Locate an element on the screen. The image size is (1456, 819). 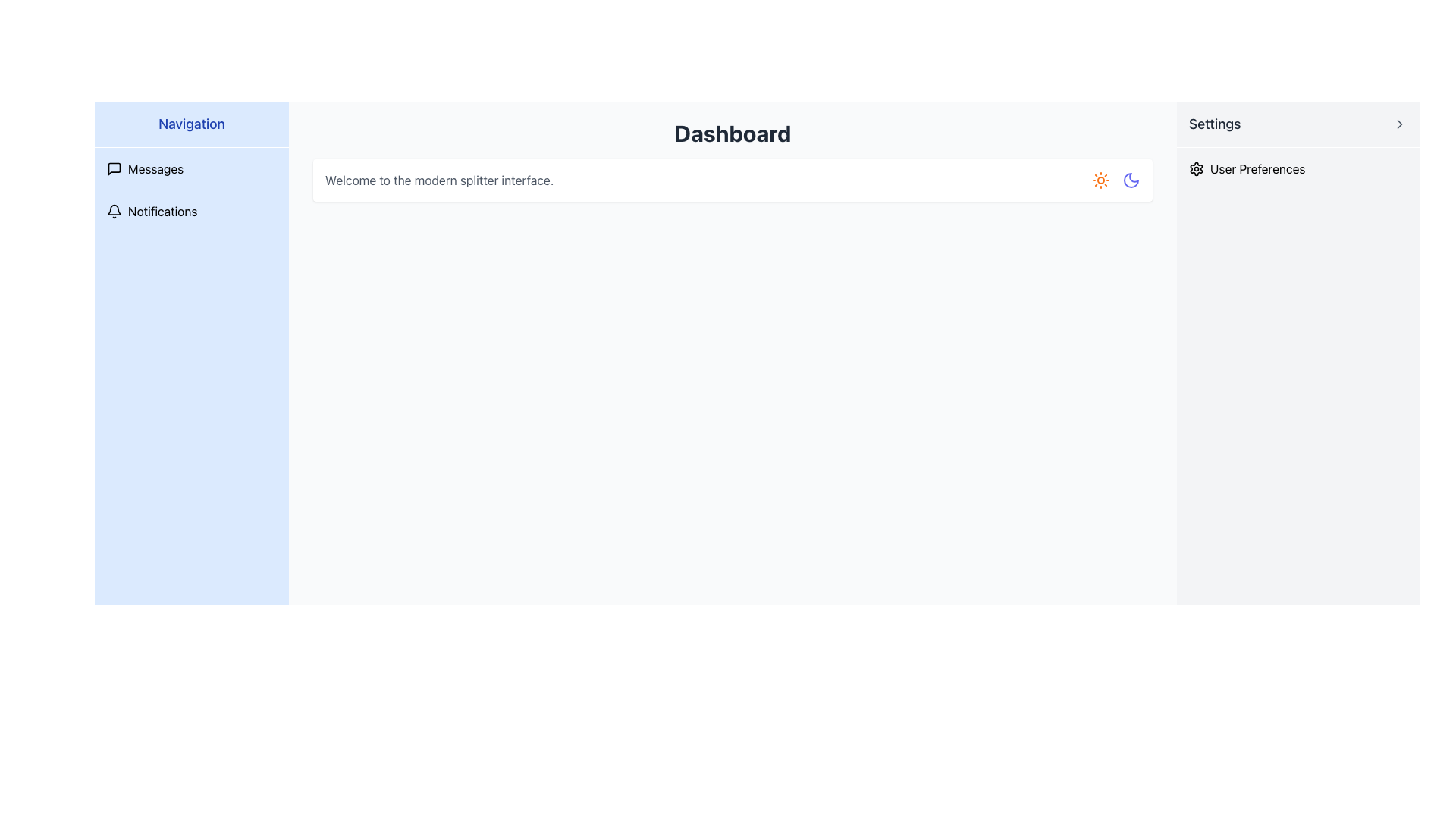
text label that serves as a heading for the navigation section, located in the top left of the interface within a prominent light blue sidebar is located at coordinates (191, 124).